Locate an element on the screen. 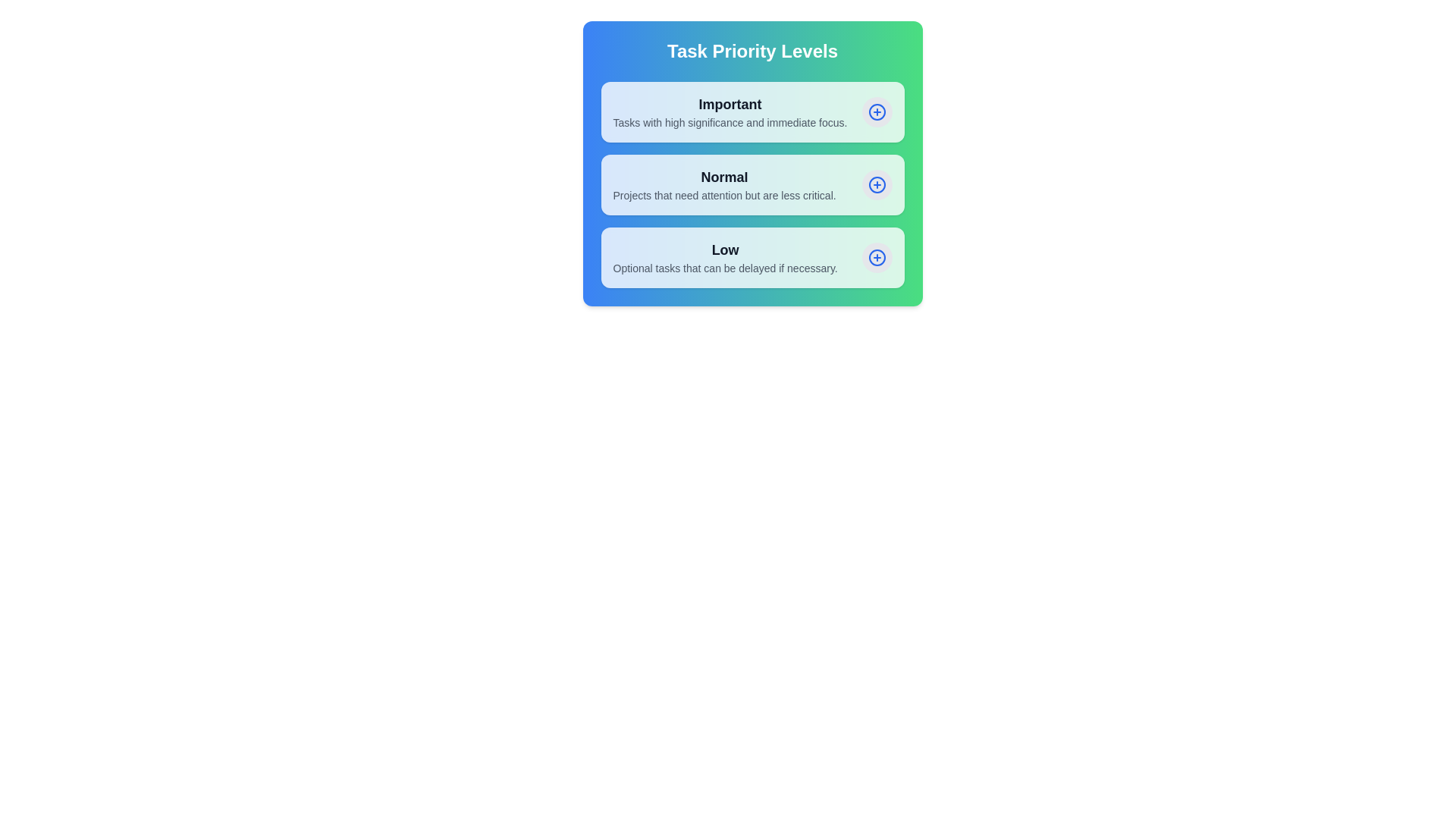 The image size is (1456, 819). the circular gray button with a blue plus icon located on the right side of the 'Low' section in the task priority levels panel is located at coordinates (877, 256).